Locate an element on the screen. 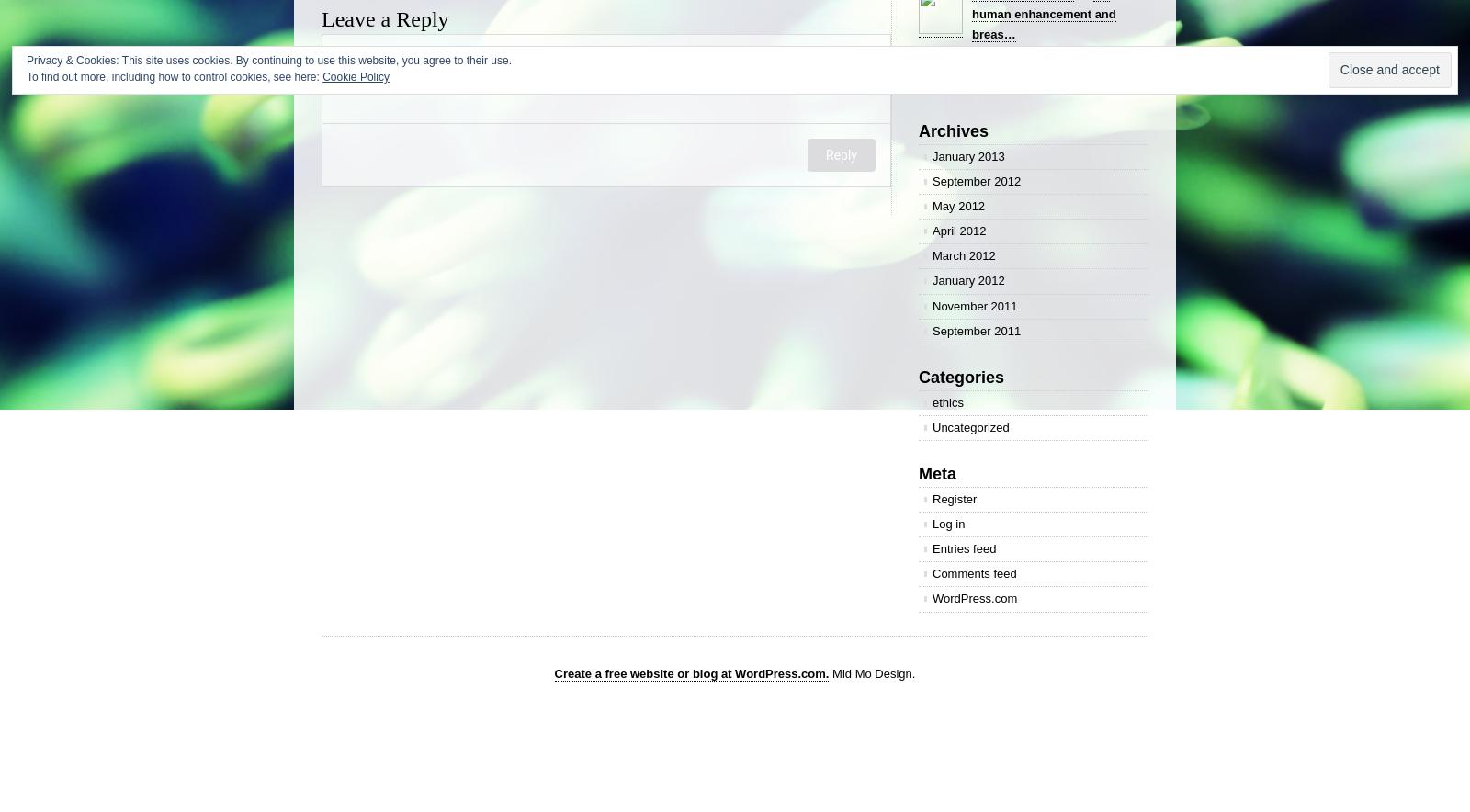 The image size is (1470, 812). 'January 2012' is located at coordinates (933, 280).